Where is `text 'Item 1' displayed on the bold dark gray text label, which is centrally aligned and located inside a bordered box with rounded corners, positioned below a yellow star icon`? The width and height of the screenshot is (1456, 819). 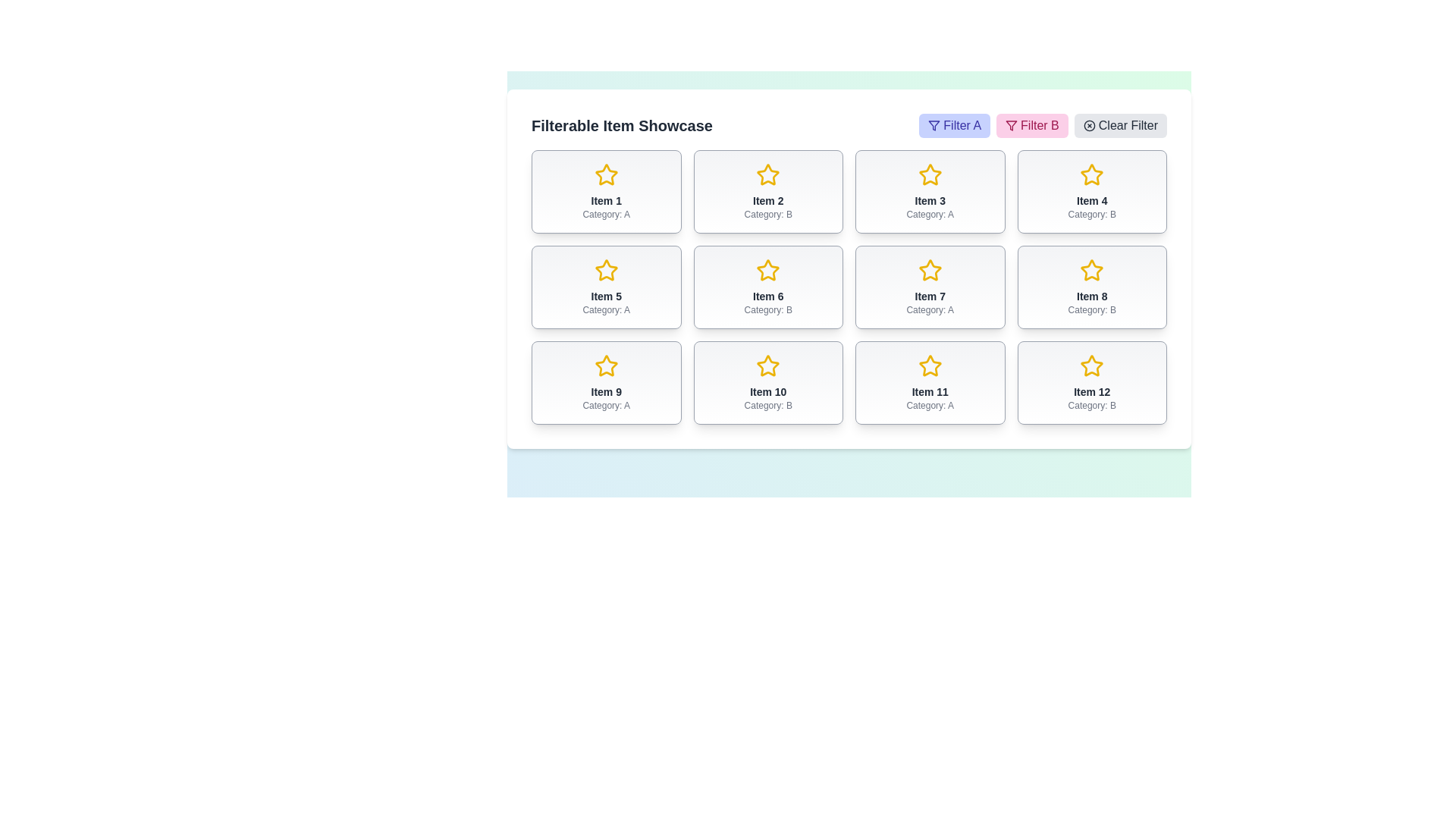 text 'Item 1' displayed on the bold dark gray text label, which is centrally aligned and located inside a bordered box with rounded corners, positioned below a yellow star icon is located at coordinates (605, 200).